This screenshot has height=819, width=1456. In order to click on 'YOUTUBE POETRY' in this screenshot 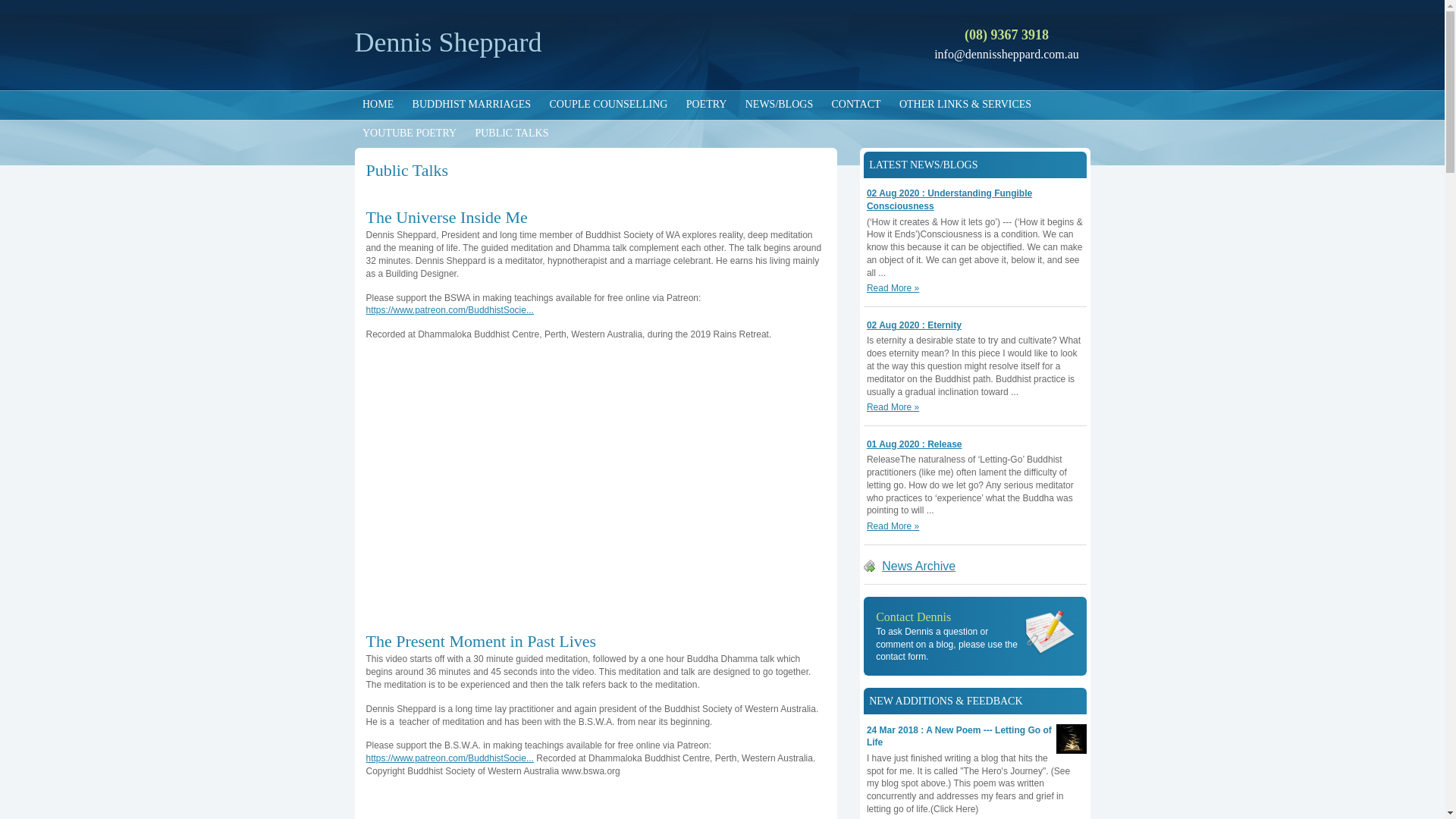, I will do `click(409, 133)`.